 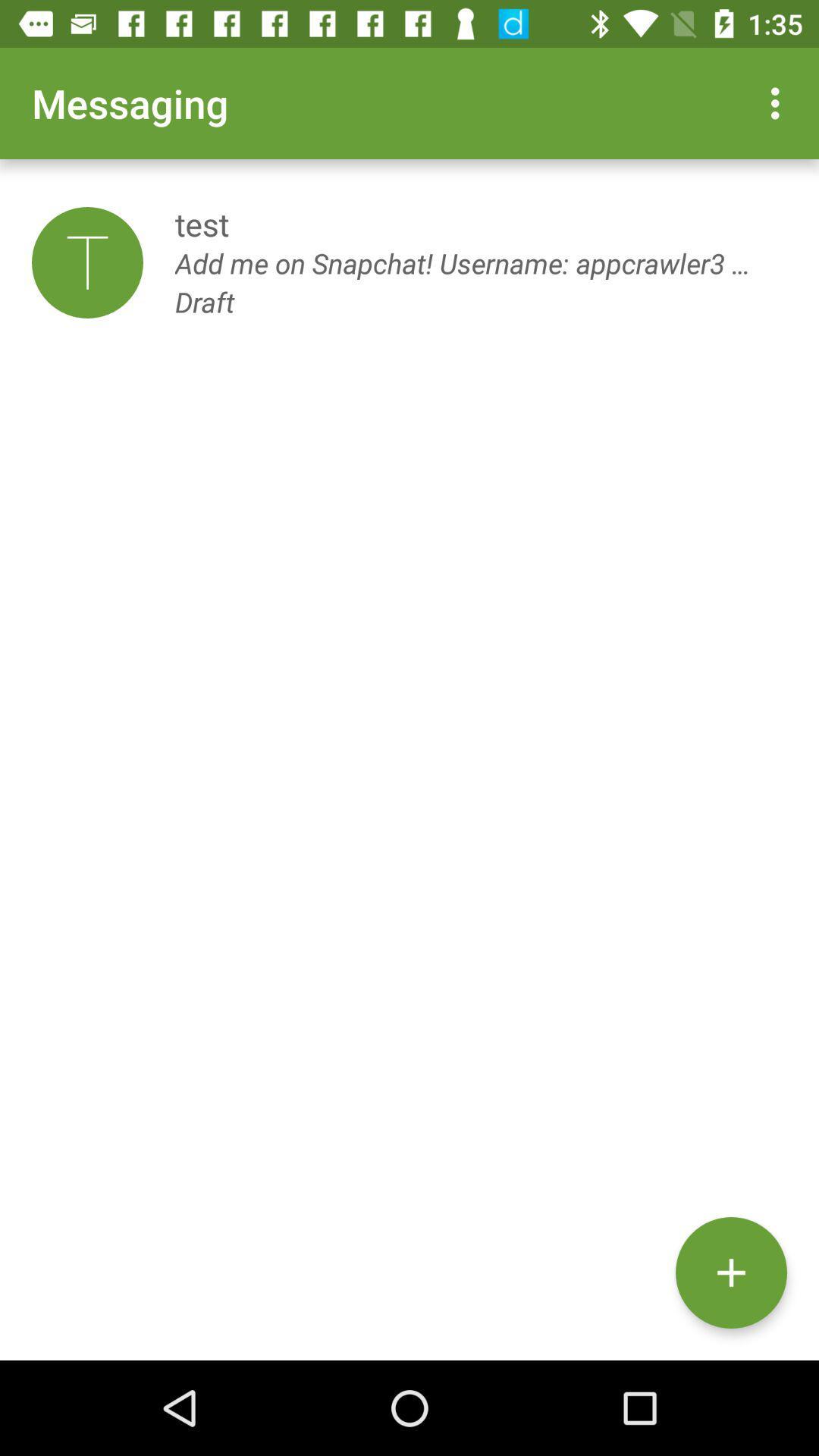 I want to click on icon at the top right corner, so click(x=779, y=102).